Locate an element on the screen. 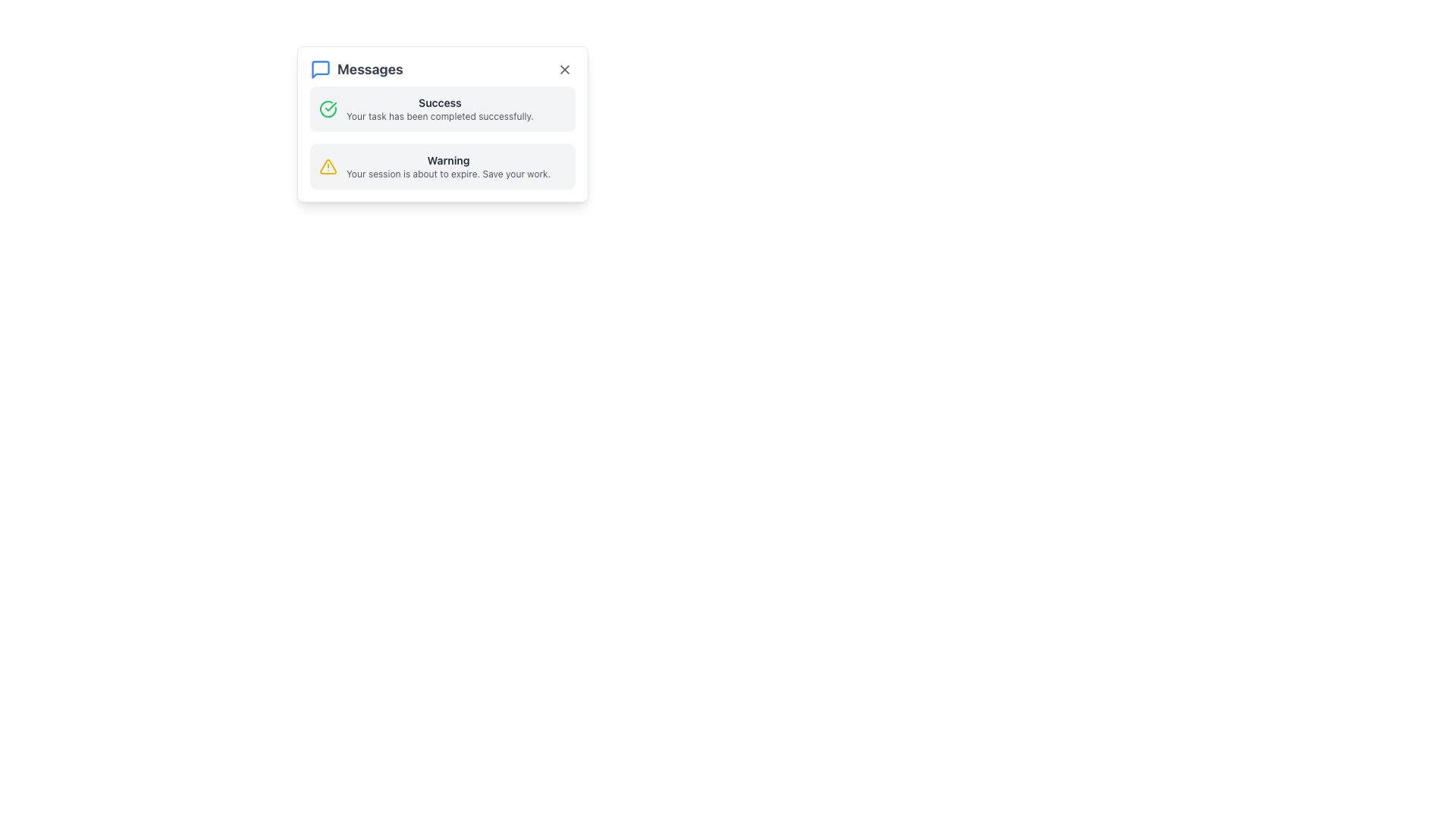 Image resolution: width=1456 pixels, height=819 pixels. the green circular icon with a checkmark indicating success, located to the left of the message text in the message box is located at coordinates (327, 108).